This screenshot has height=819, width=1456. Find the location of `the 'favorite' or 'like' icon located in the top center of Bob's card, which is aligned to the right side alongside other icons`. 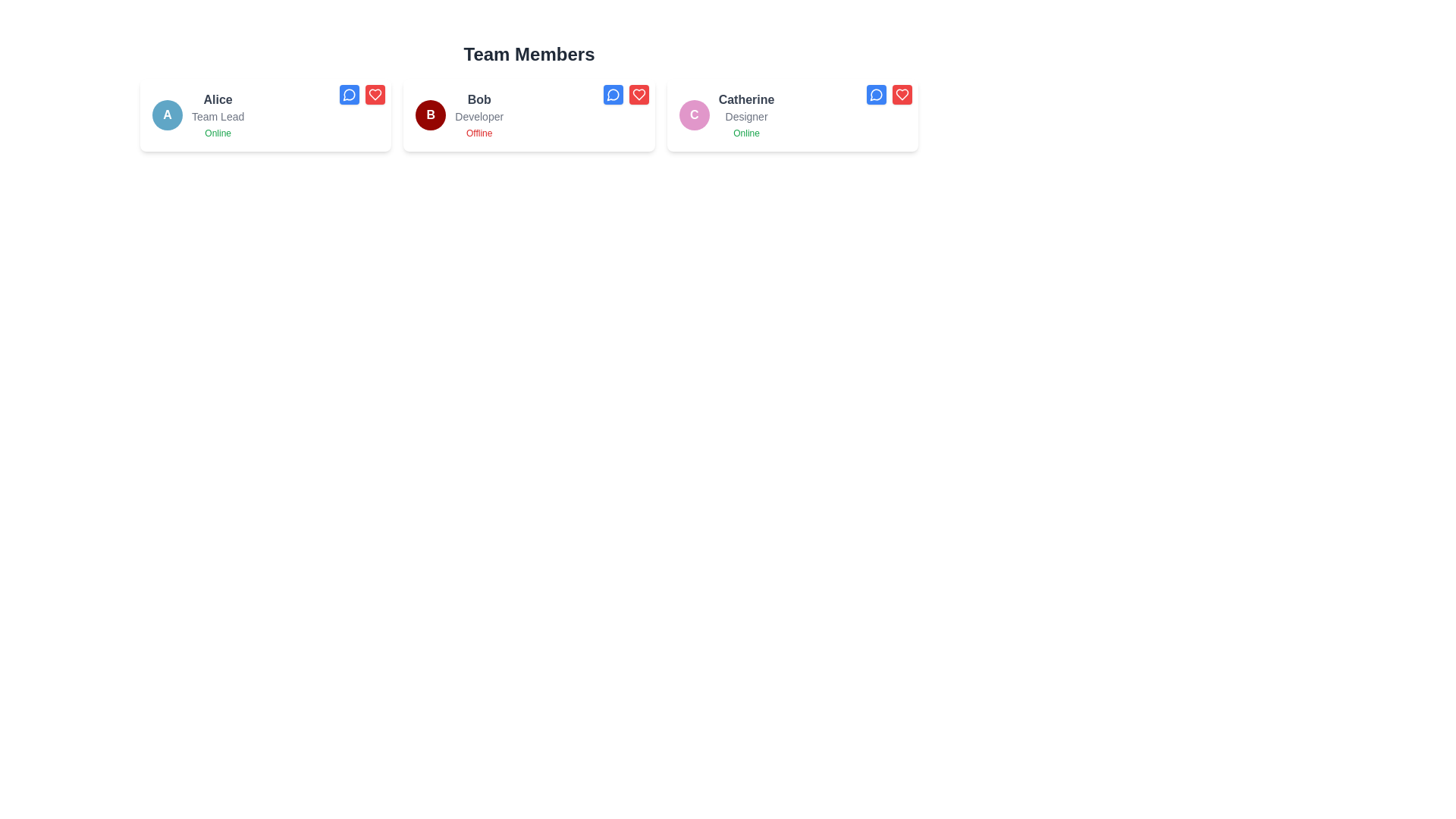

the 'favorite' or 'like' icon located in the top center of Bob's card, which is aligned to the right side alongside other icons is located at coordinates (375, 94).